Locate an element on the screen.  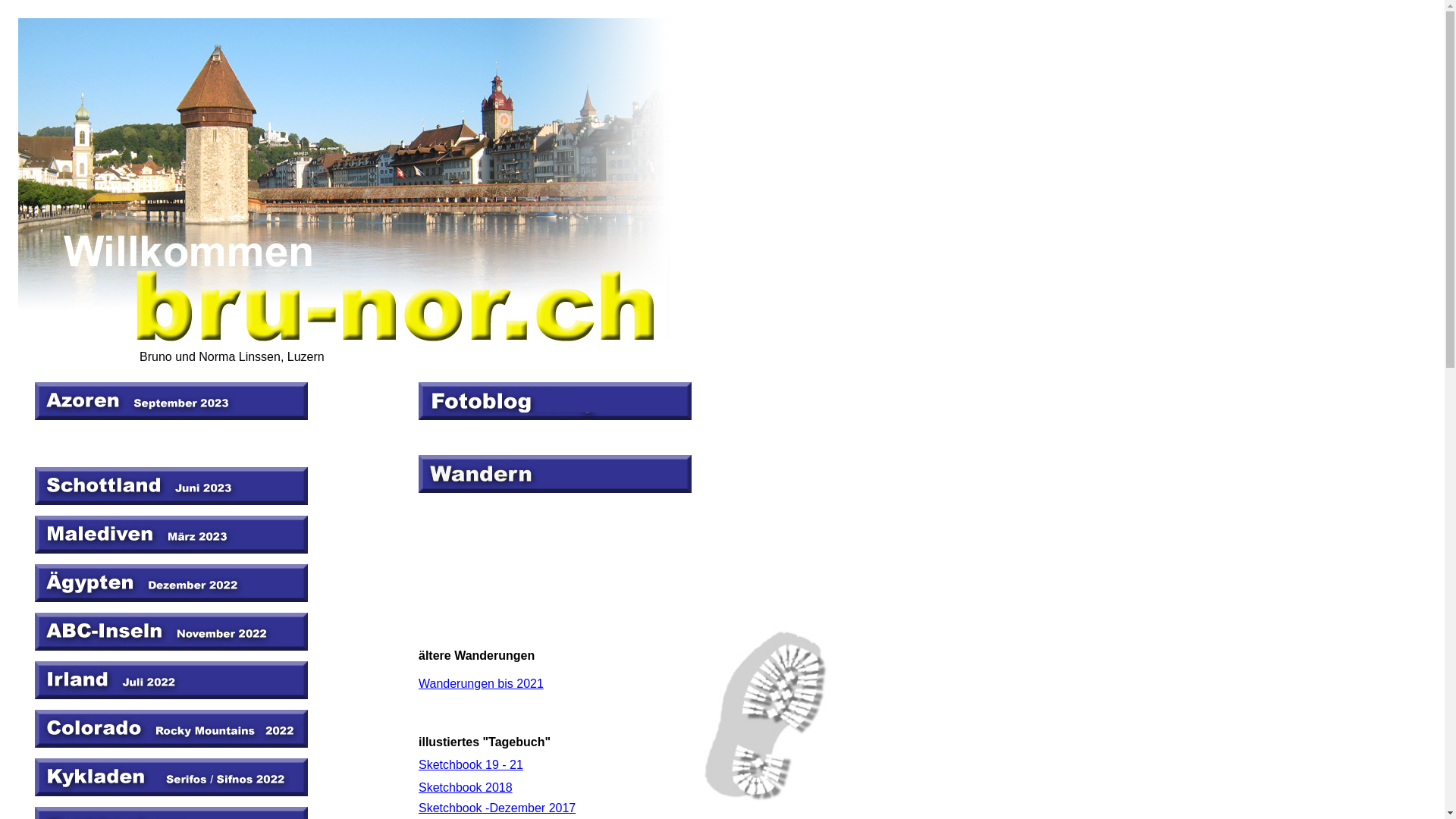
'Sketchbook -Dezember 2017' is located at coordinates (497, 807).